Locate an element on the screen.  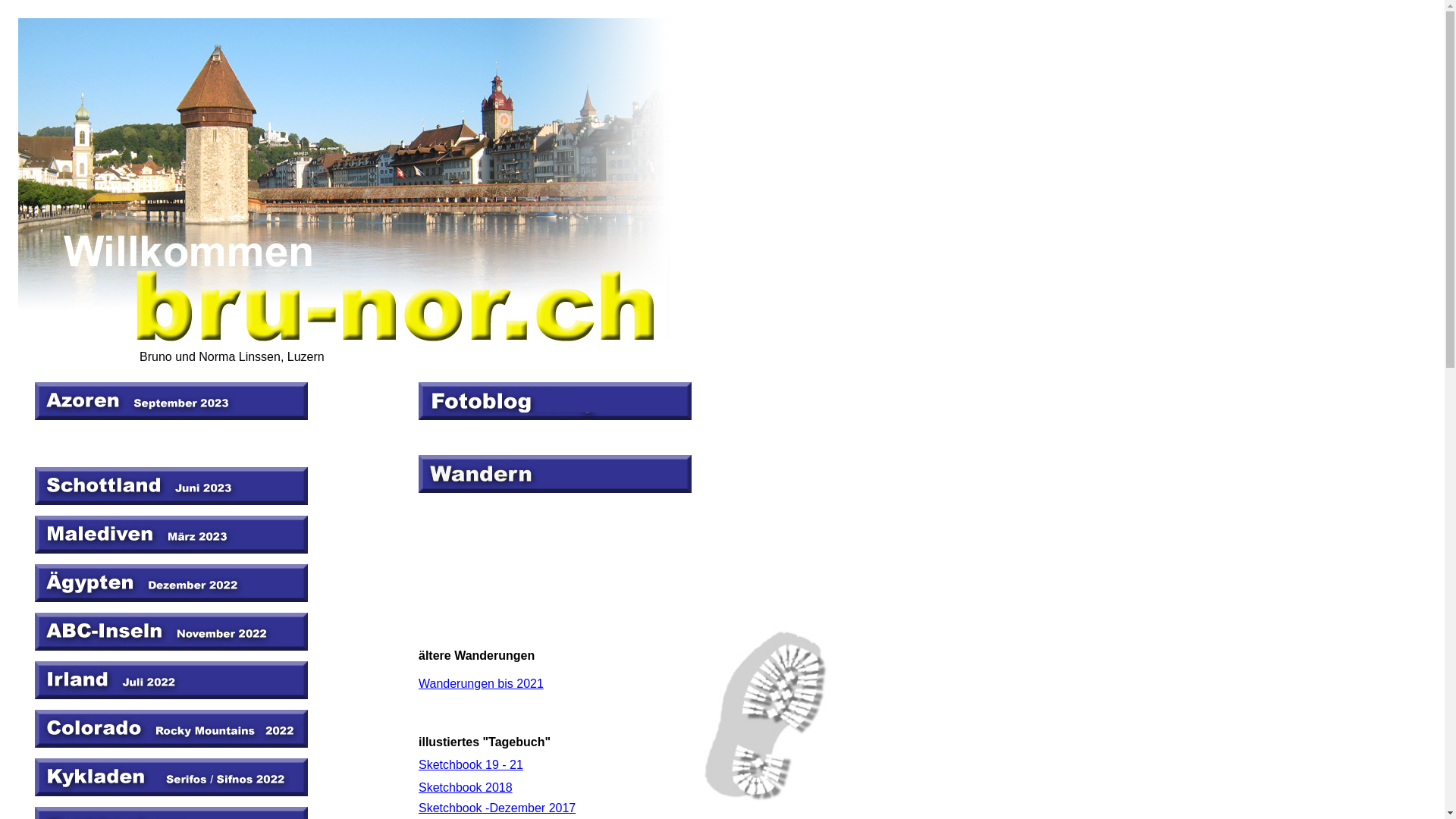
'Sketchbook -Dezember 2017' is located at coordinates (497, 807).